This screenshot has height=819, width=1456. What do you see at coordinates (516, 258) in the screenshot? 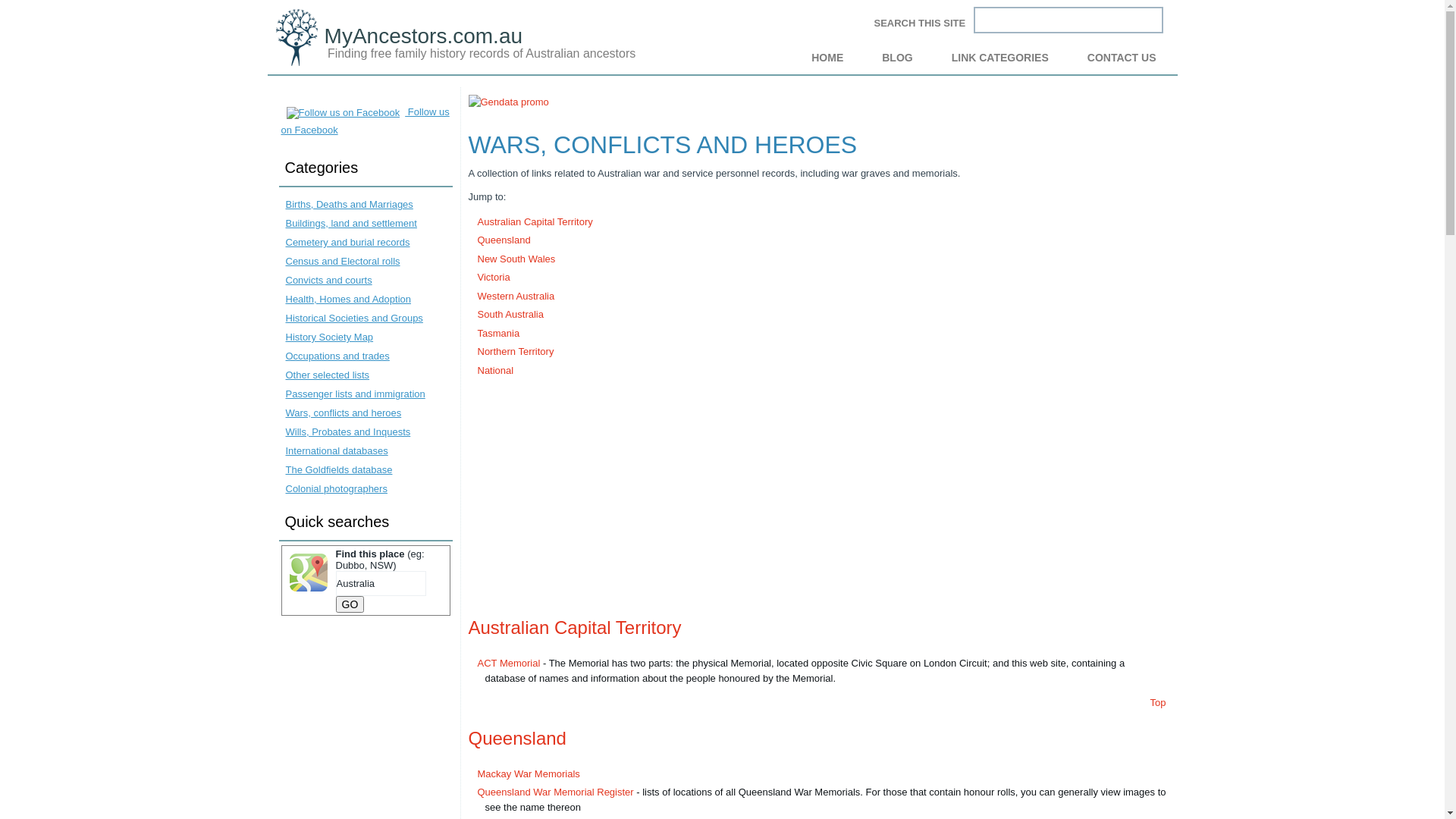
I see `'New South Wales'` at bounding box center [516, 258].